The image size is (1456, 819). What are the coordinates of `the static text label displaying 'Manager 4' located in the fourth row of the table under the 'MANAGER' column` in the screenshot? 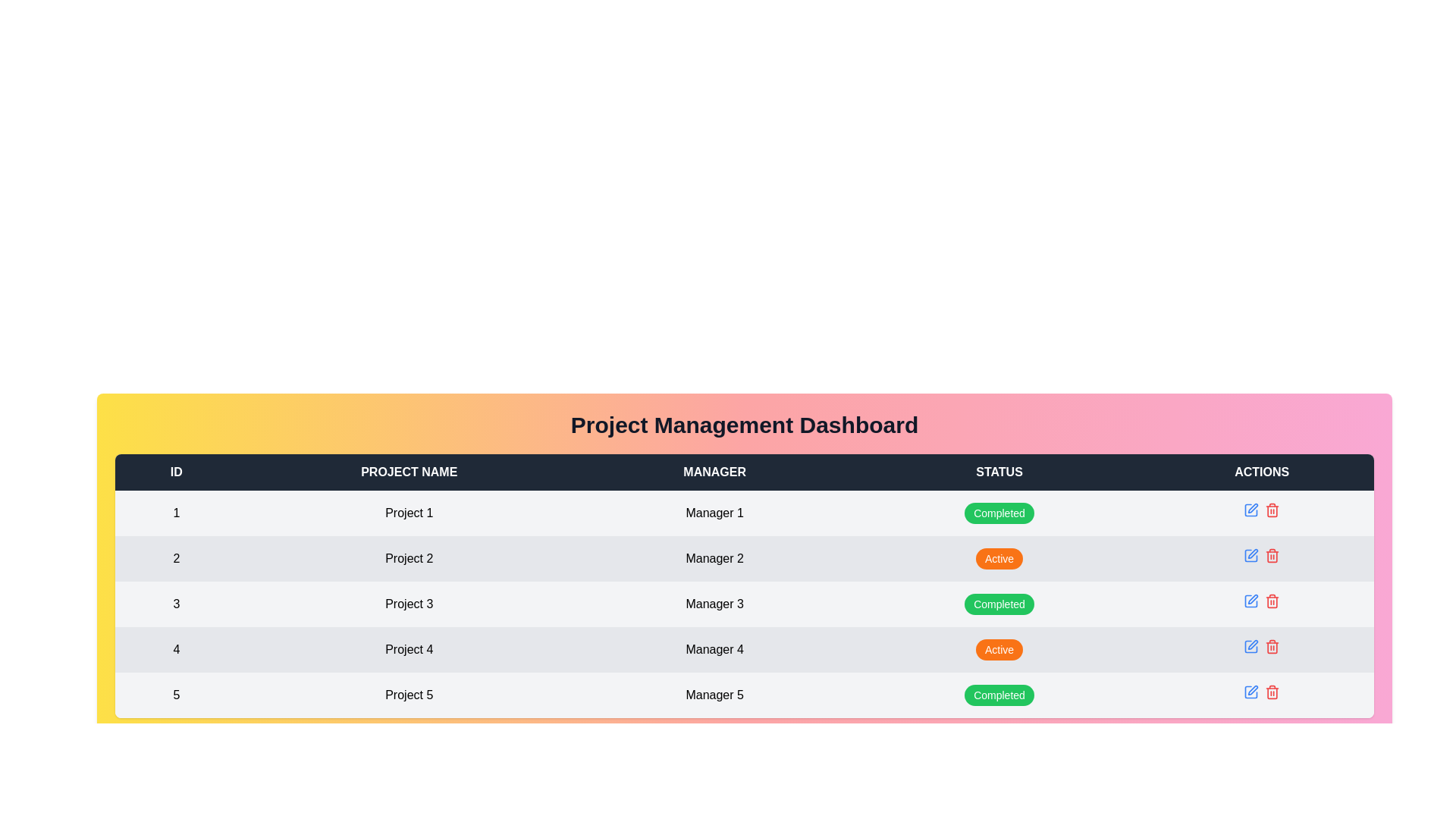 It's located at (714, 648).